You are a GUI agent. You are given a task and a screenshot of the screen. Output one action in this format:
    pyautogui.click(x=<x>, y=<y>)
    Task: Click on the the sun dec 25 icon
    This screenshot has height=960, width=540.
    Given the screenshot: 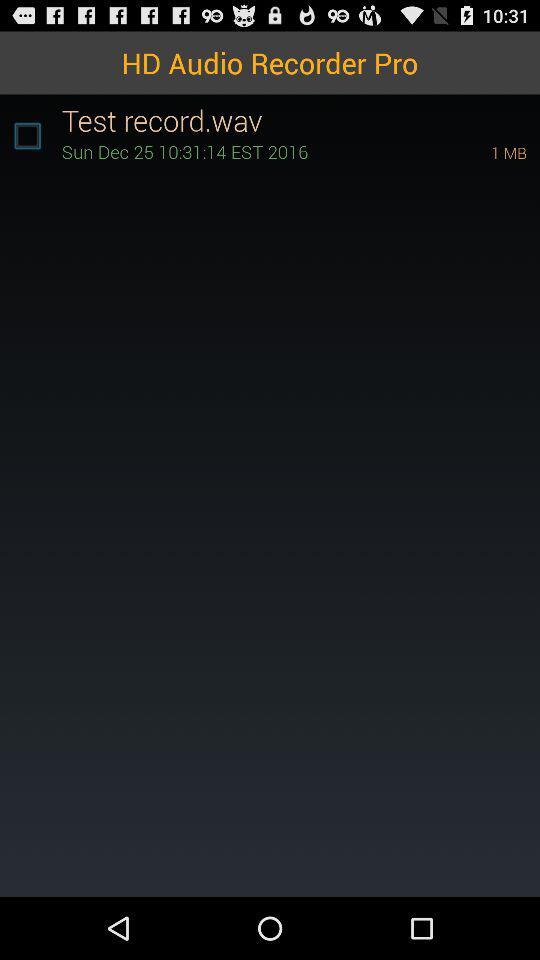 What is the action you would take?
    pyautogui.click(x=248, y=150)
    